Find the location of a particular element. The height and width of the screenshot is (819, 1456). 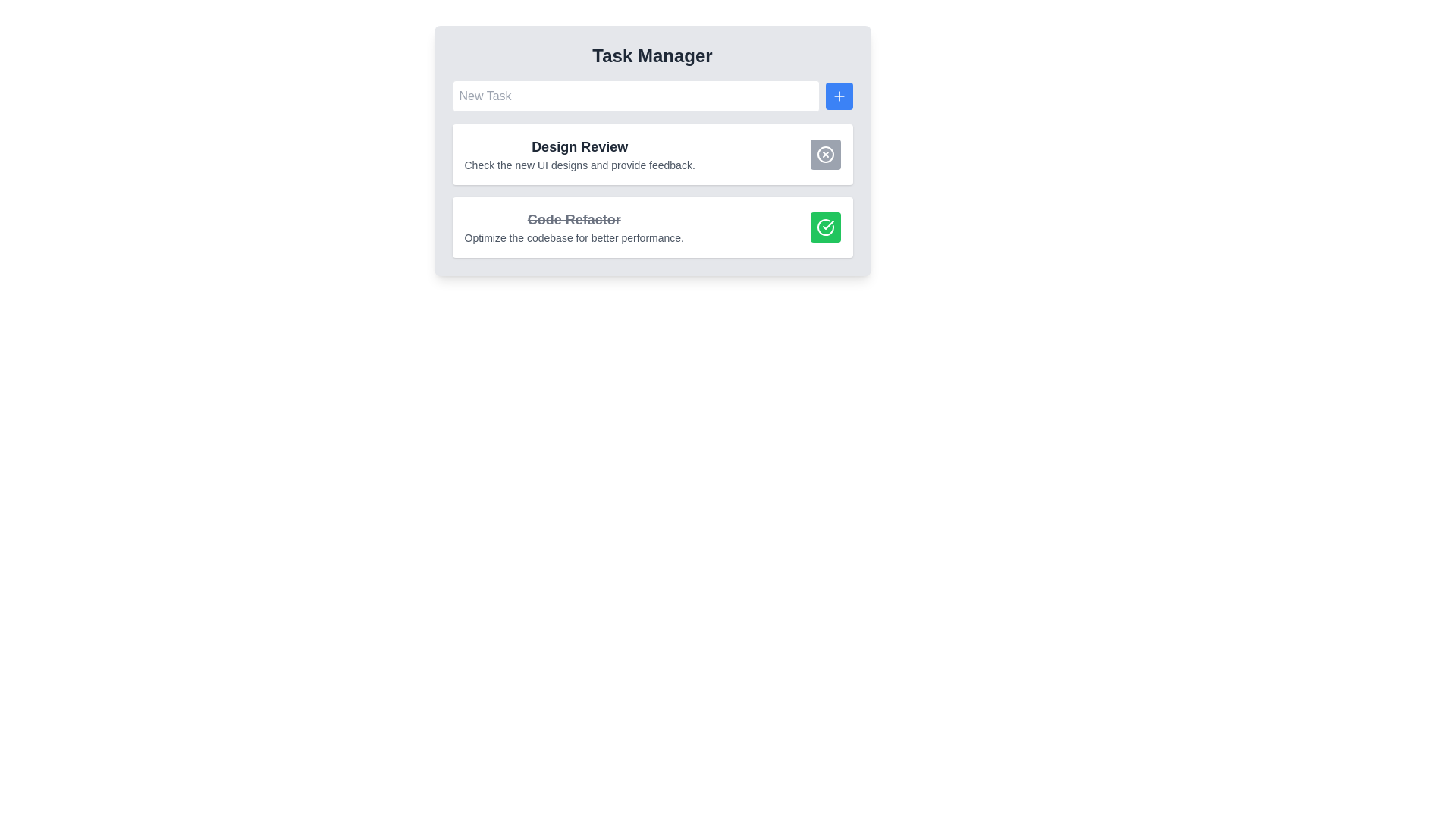

the interactive control button located in the top-right corner of the 'Design Review' task card is located at coordinates (824, 155).